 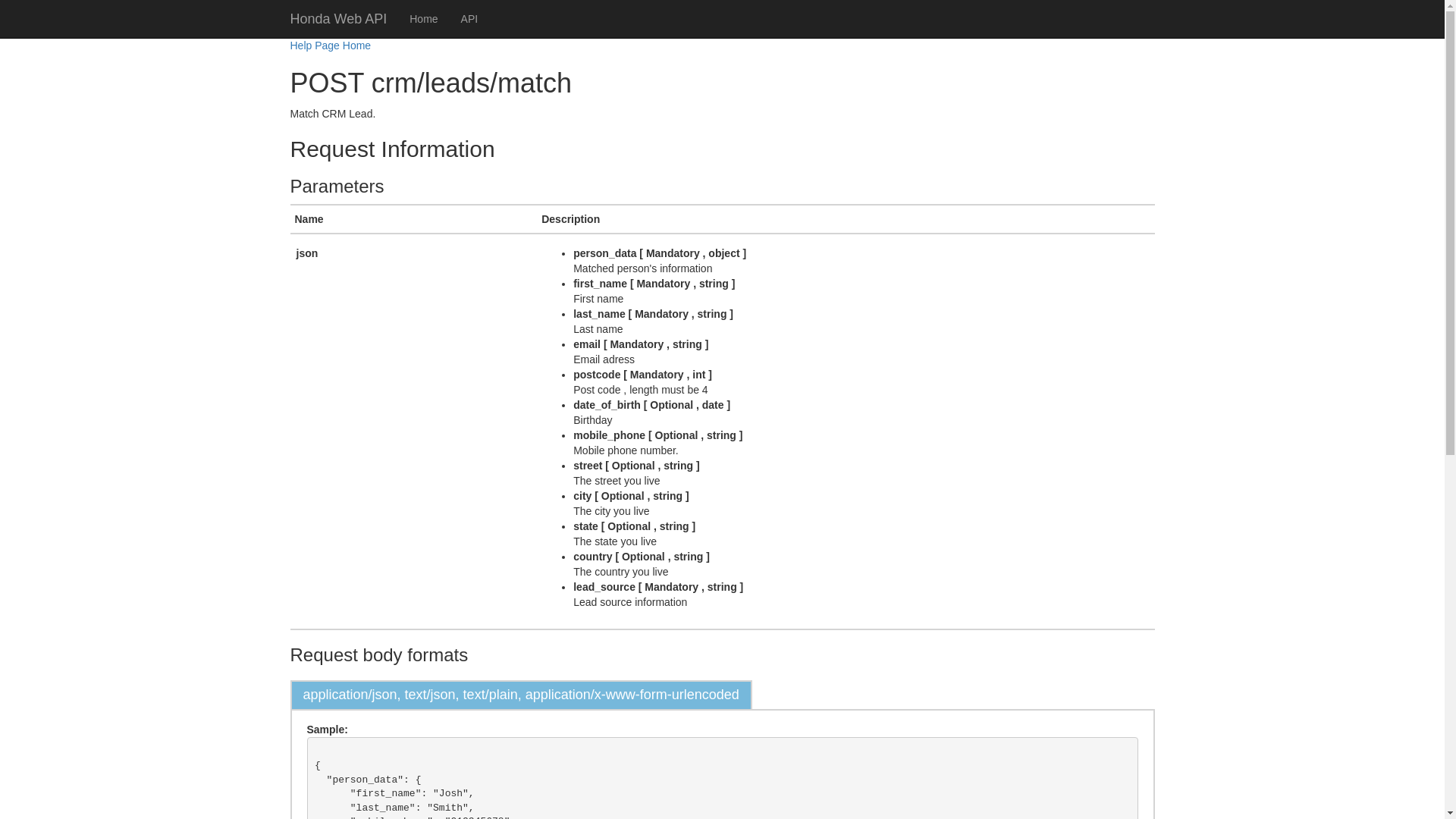 I want to click on 'Home', so click(x=423, y=18).